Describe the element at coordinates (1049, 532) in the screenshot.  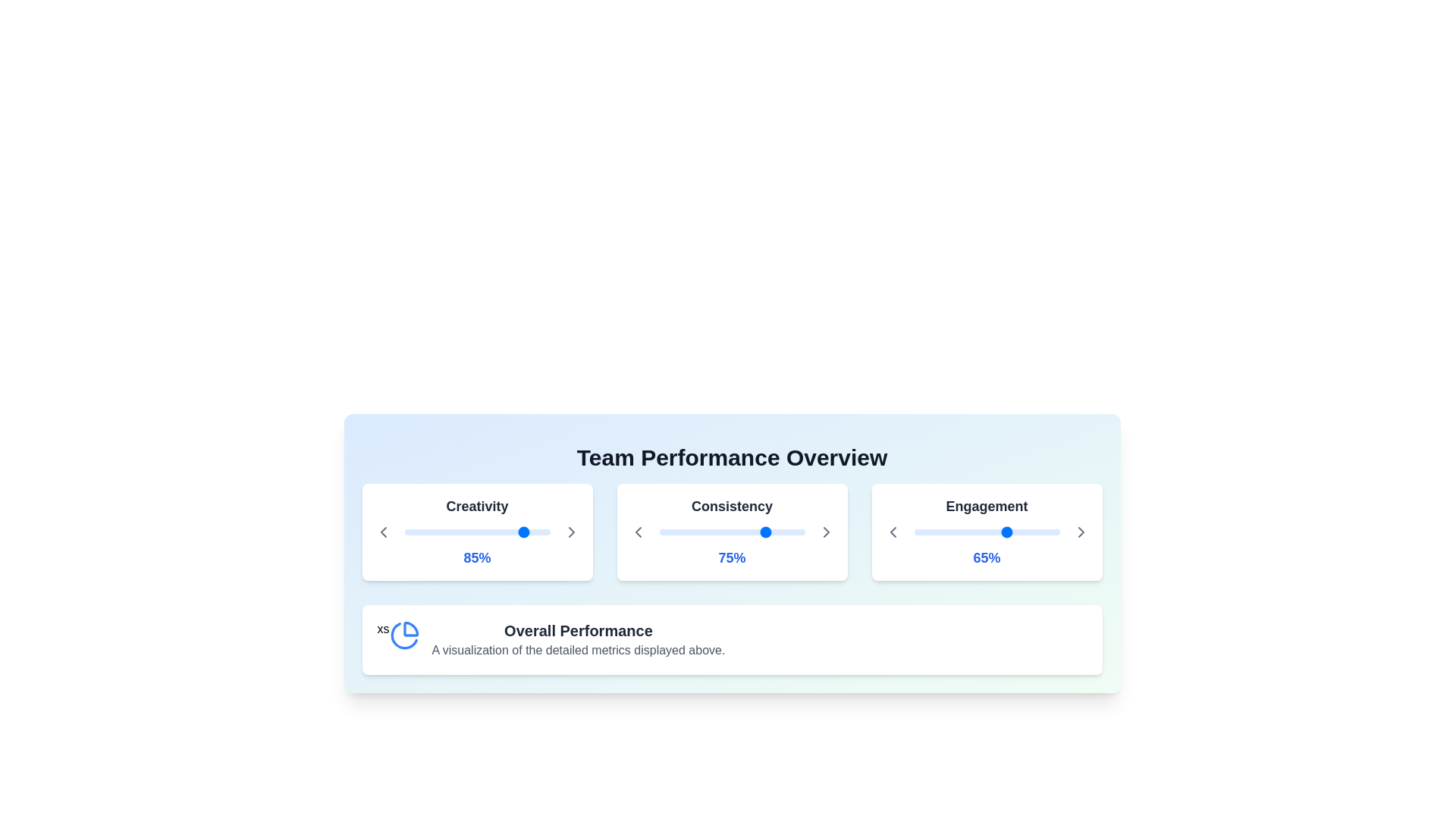
I see `engagement` at that location.